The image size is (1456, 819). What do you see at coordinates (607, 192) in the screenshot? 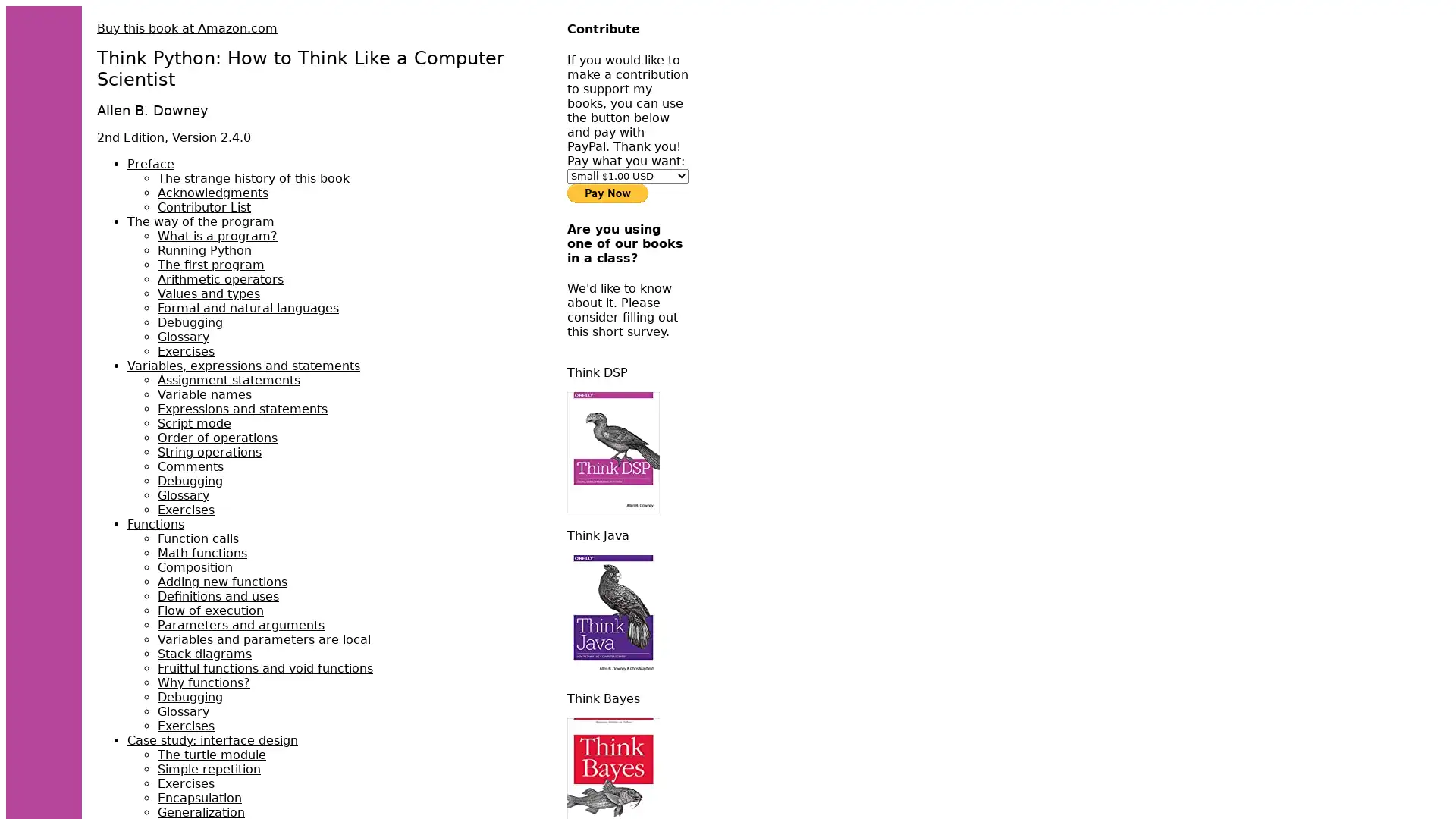
I see `PayPal - The safer, easier way to pay online!` at bounding box center [607, 192].